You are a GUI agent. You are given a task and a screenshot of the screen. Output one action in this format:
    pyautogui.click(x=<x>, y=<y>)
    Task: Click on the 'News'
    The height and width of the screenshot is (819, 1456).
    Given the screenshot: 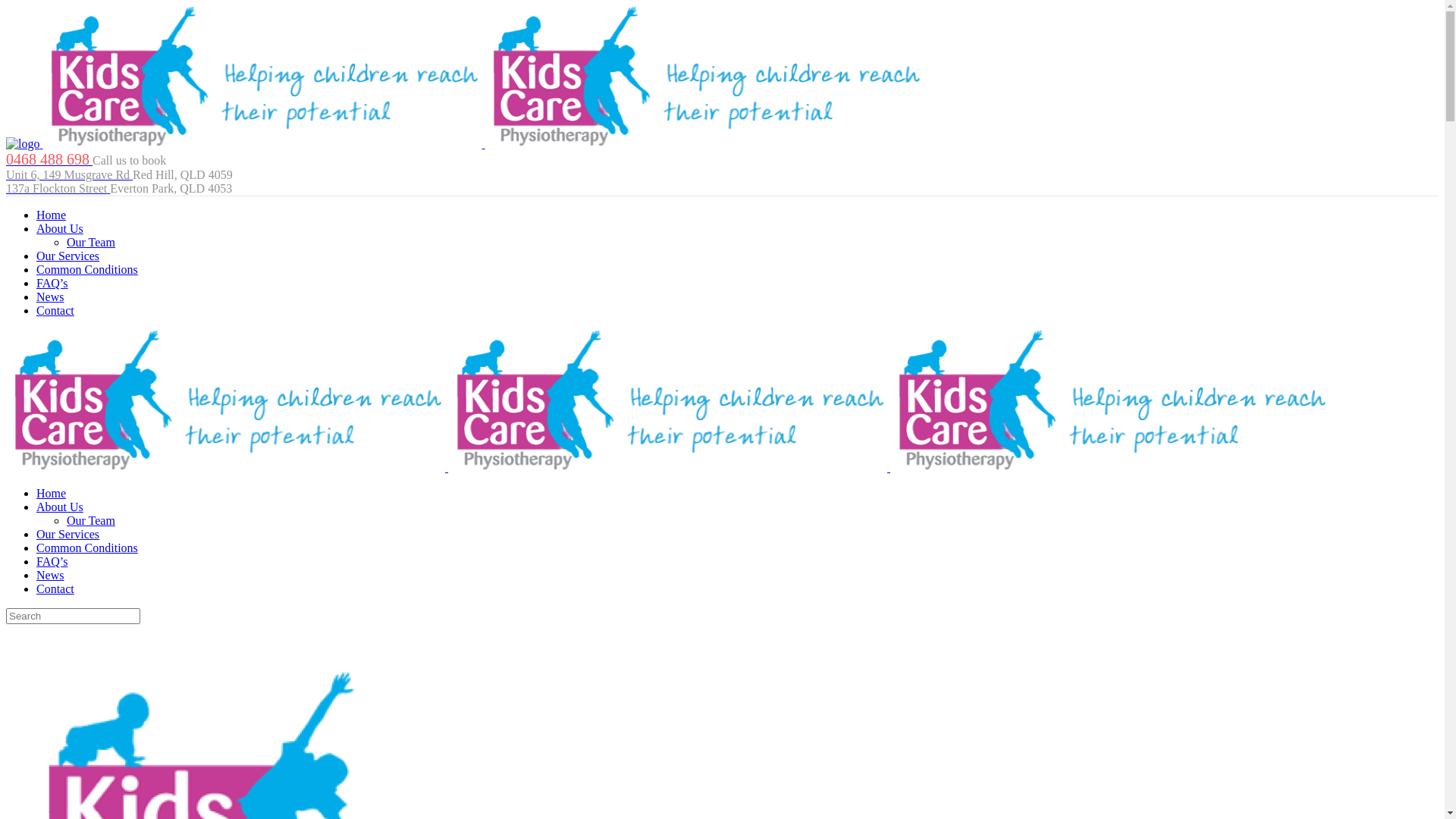 What is the action you would take?
    pyautogui.click(x=50, y=297)
    